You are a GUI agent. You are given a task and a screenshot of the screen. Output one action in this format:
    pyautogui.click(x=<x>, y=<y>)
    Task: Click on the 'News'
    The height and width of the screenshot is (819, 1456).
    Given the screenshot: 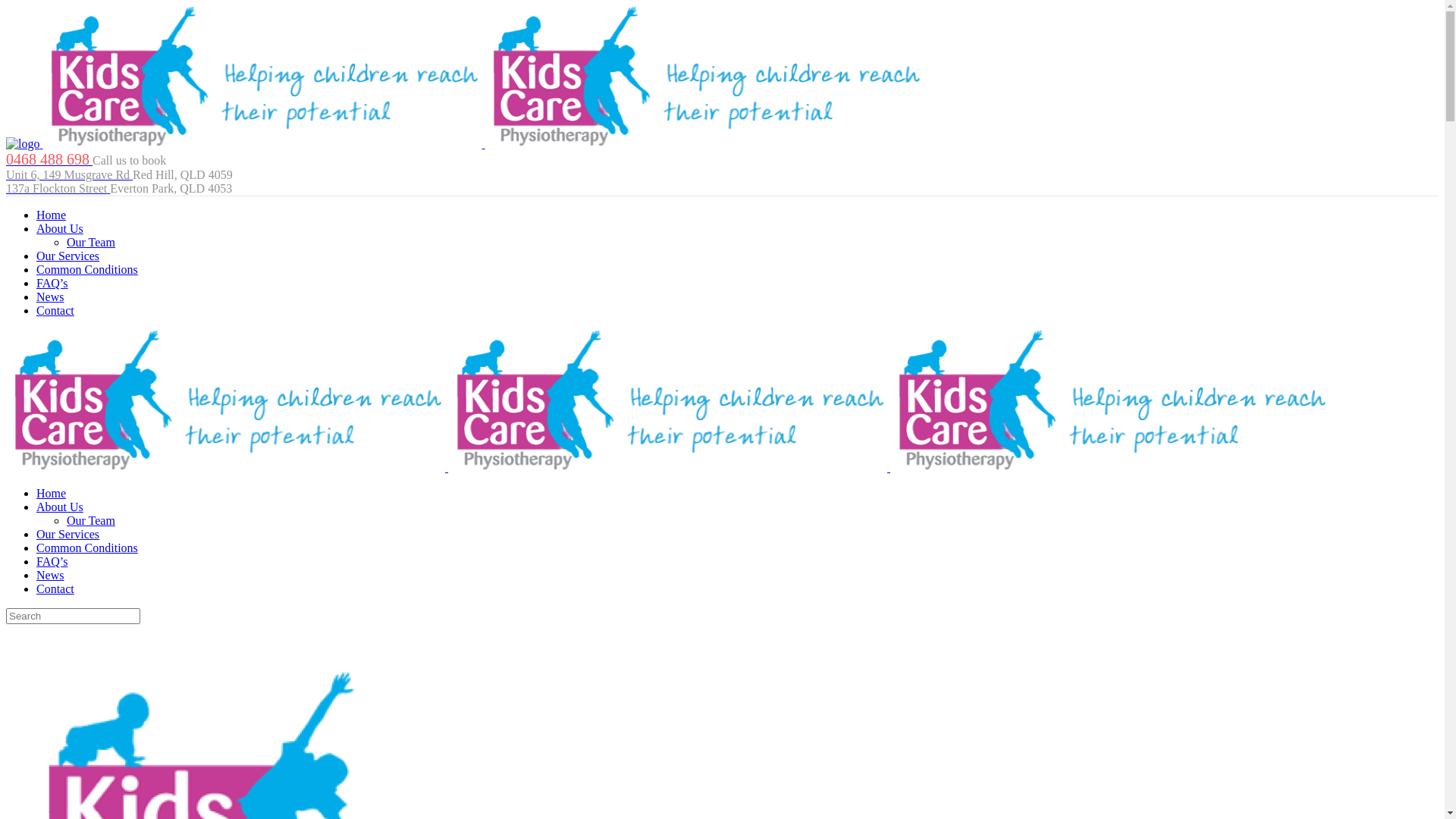 What is the action you would take?
    pyautogui.click(x=50, y=297)
    